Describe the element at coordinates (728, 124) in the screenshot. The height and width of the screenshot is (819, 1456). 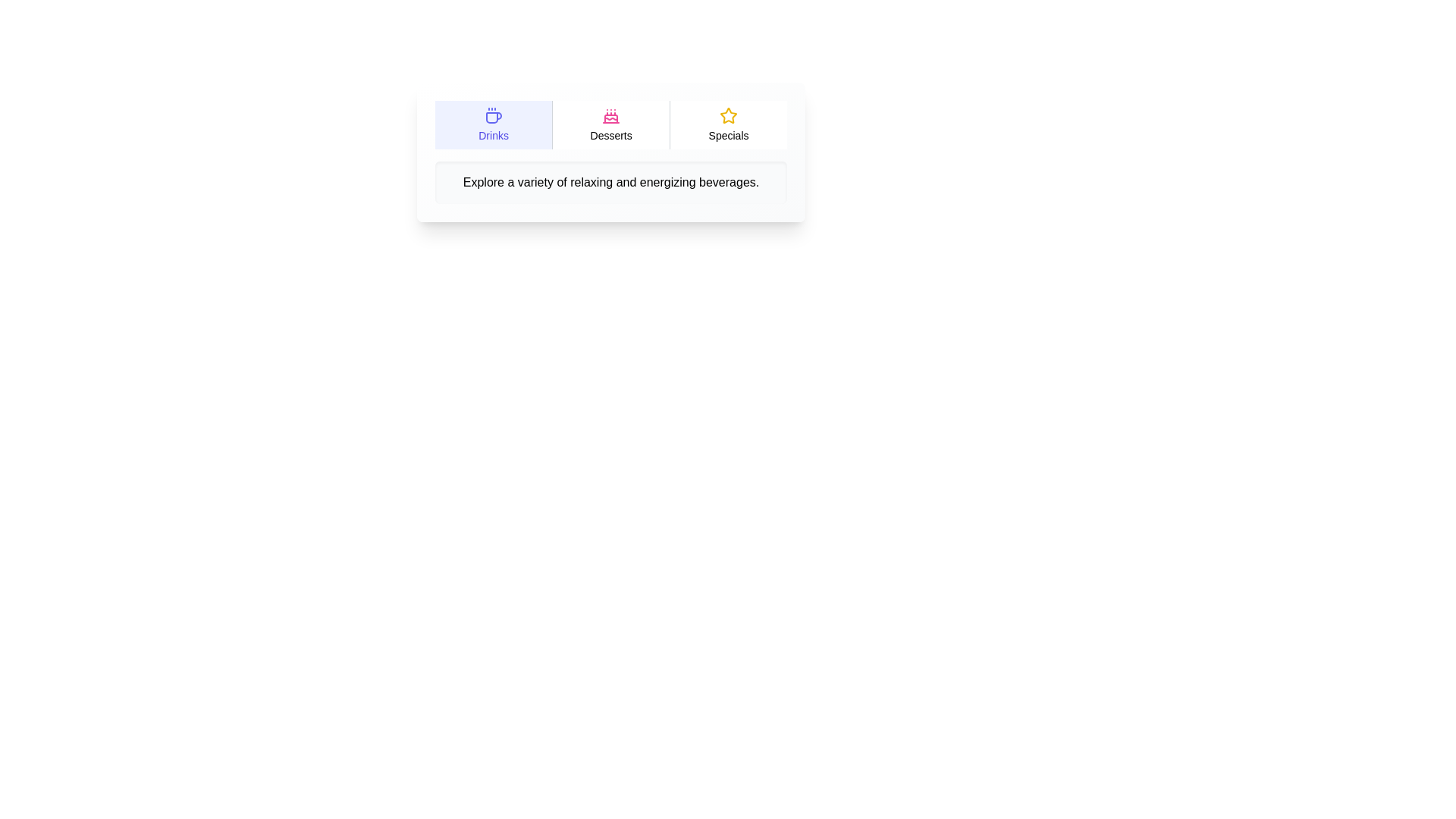
I see `the tab labeled Specials and read its content` at that location.